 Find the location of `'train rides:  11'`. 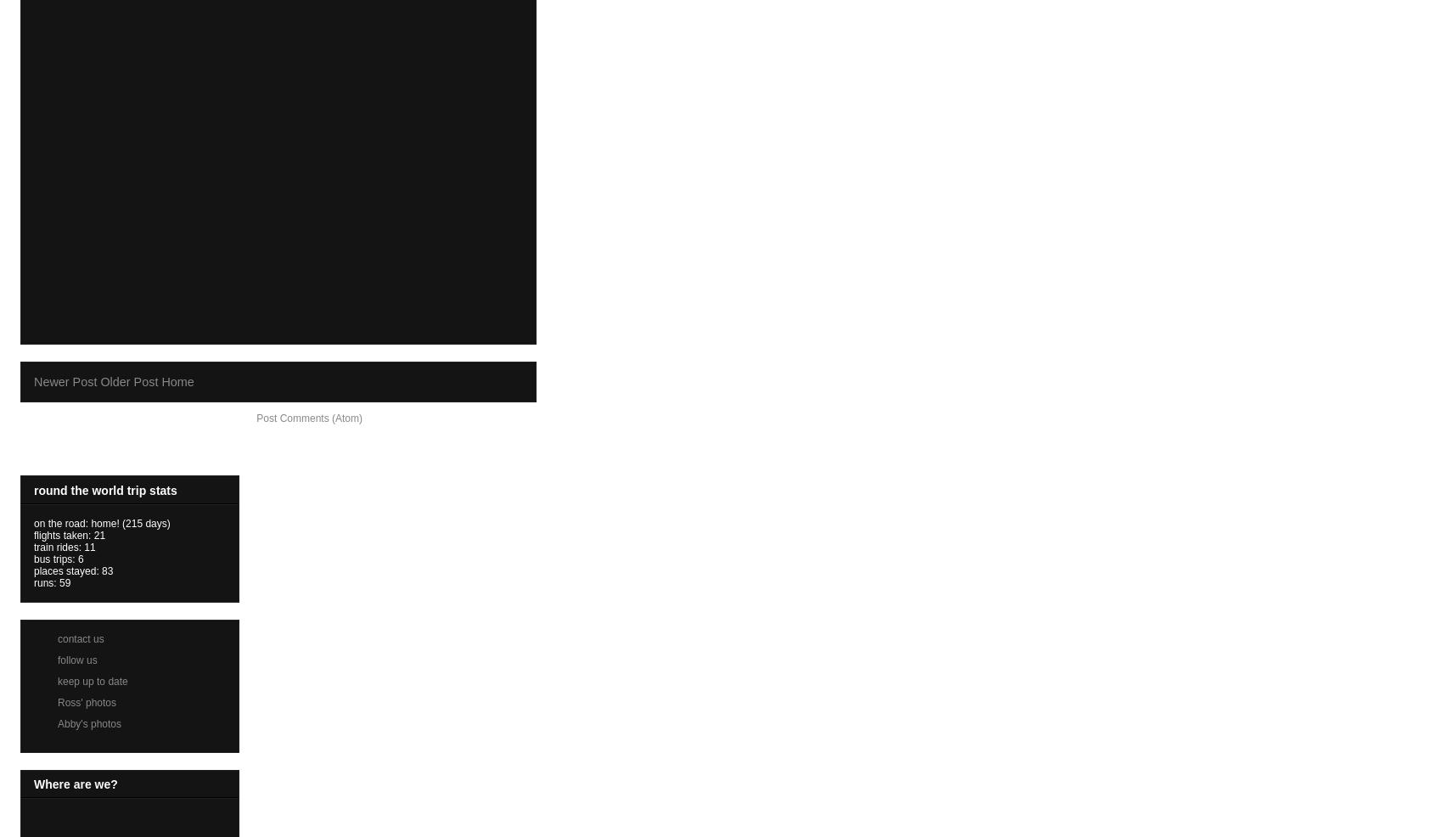

'train rides:  11' is located at coordinates (63, 546).